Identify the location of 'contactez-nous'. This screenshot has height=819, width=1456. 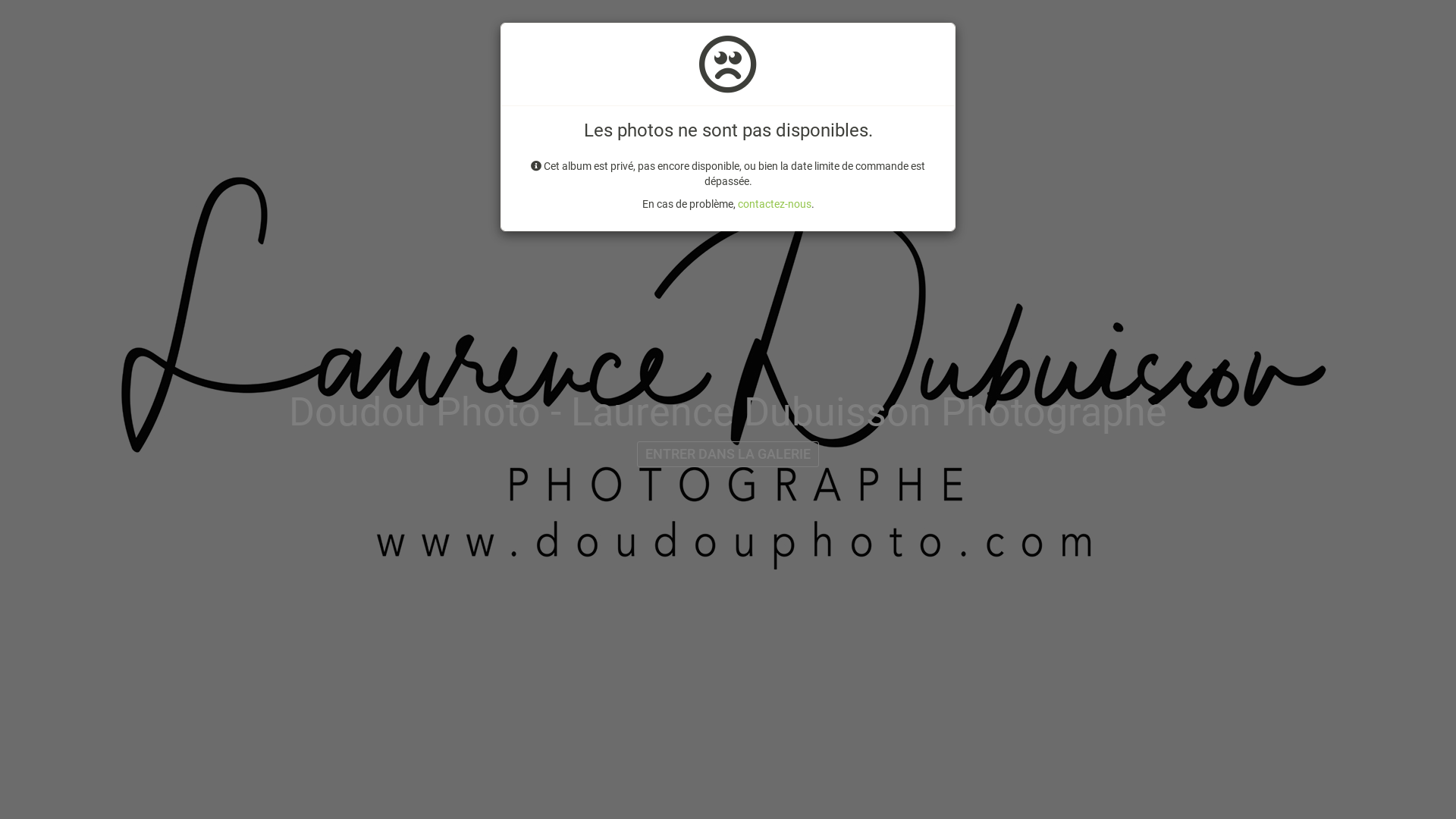
(736, 203).